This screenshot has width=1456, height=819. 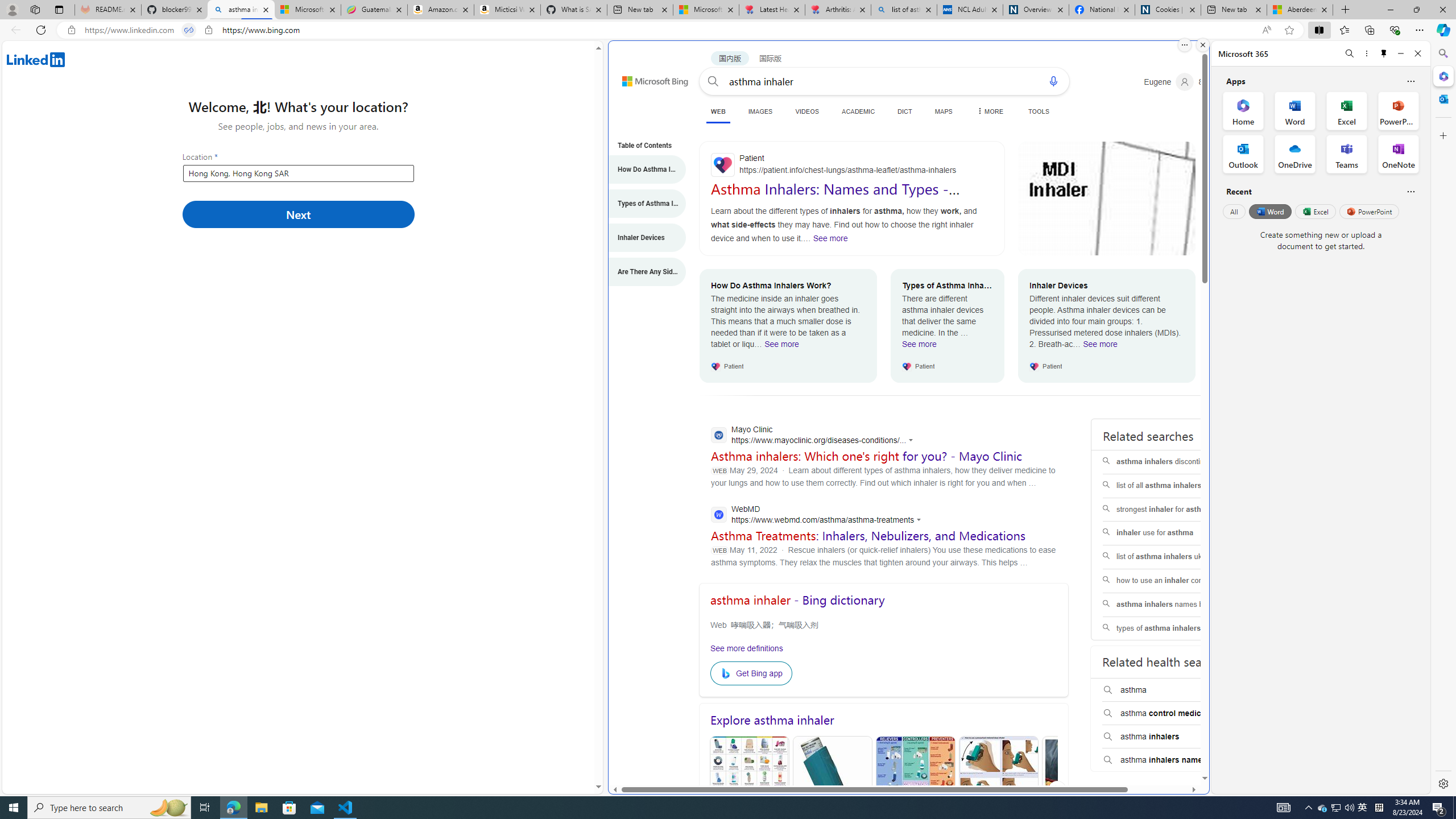 I want to click on 'inhaler use for asthma', so click(x=1174, y=533).